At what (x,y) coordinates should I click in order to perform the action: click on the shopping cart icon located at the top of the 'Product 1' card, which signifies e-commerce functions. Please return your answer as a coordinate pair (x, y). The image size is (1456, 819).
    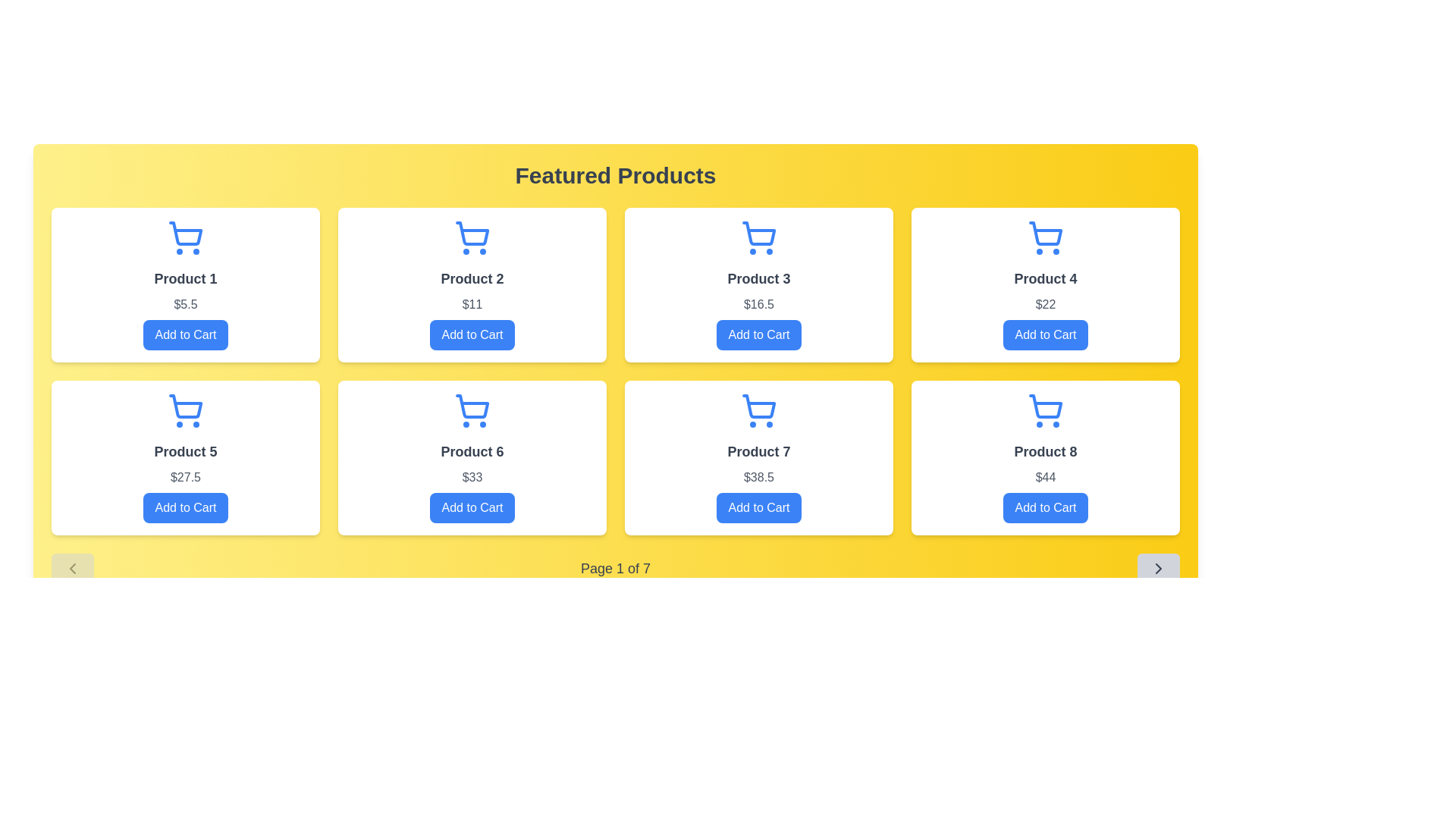
    Looking at the image, I should click on (184, 237).